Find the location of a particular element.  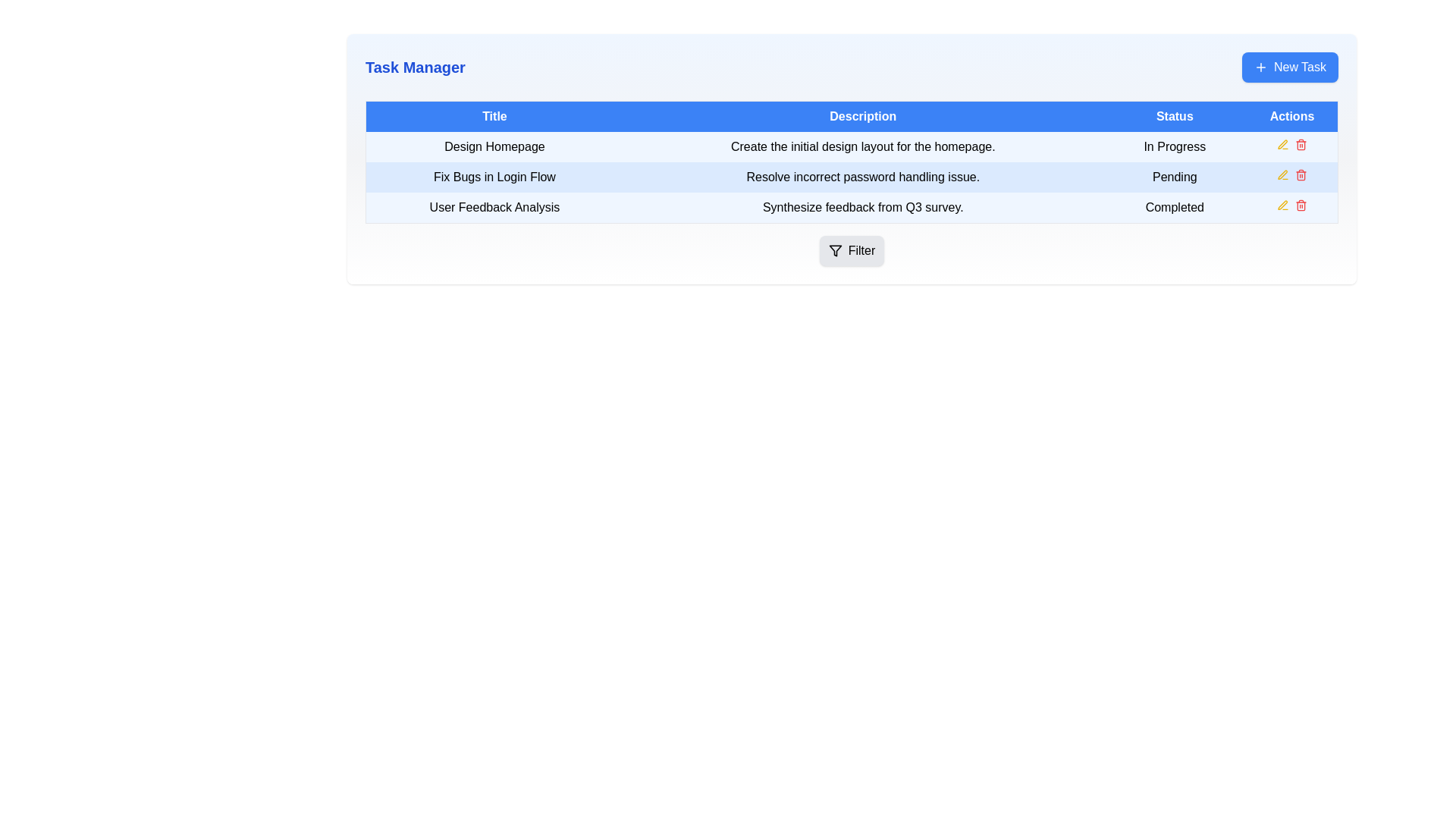

the edit icon in the Actions column of the task table for the task 'Fix Bugs in Login Flow' is located at coordinates (1282, 144).